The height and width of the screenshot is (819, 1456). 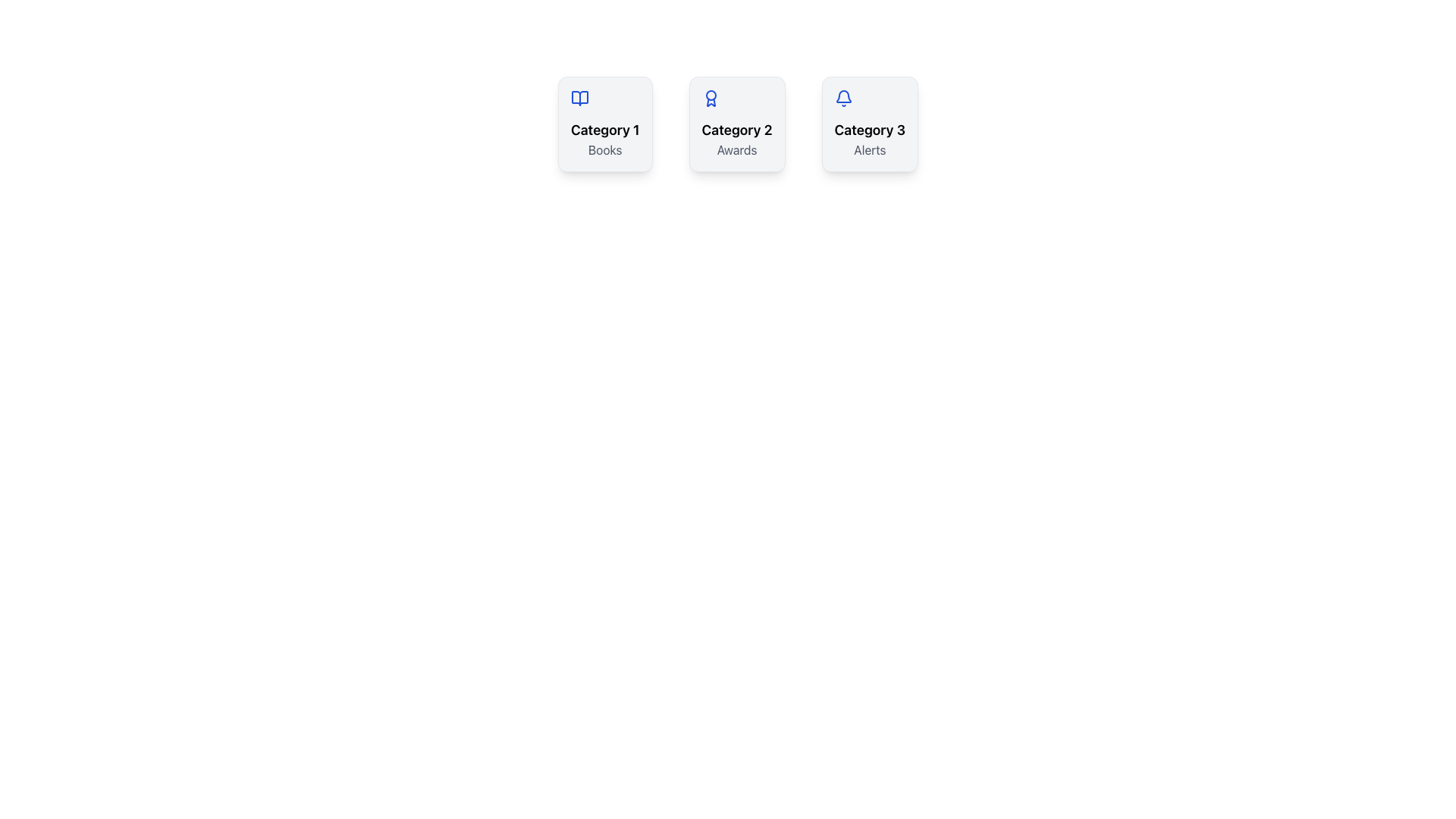 I want to click on the SVG icon representing 'Category 1 Books', which is the first item in the row of category icons, so click(x=579, y=99).